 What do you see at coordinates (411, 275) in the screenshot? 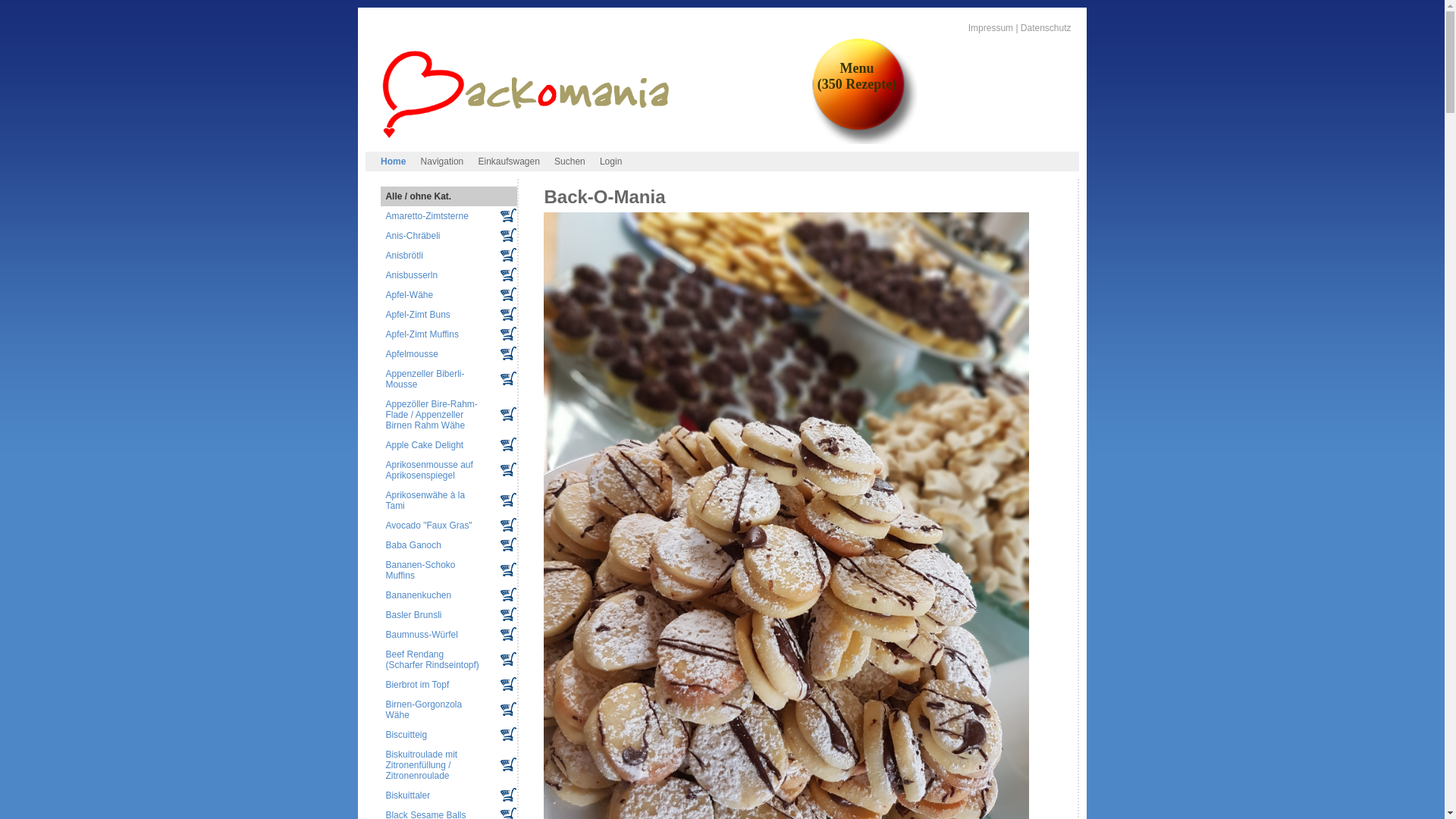
I see `'Anisbusserln'` at bounding box center [411, 275].